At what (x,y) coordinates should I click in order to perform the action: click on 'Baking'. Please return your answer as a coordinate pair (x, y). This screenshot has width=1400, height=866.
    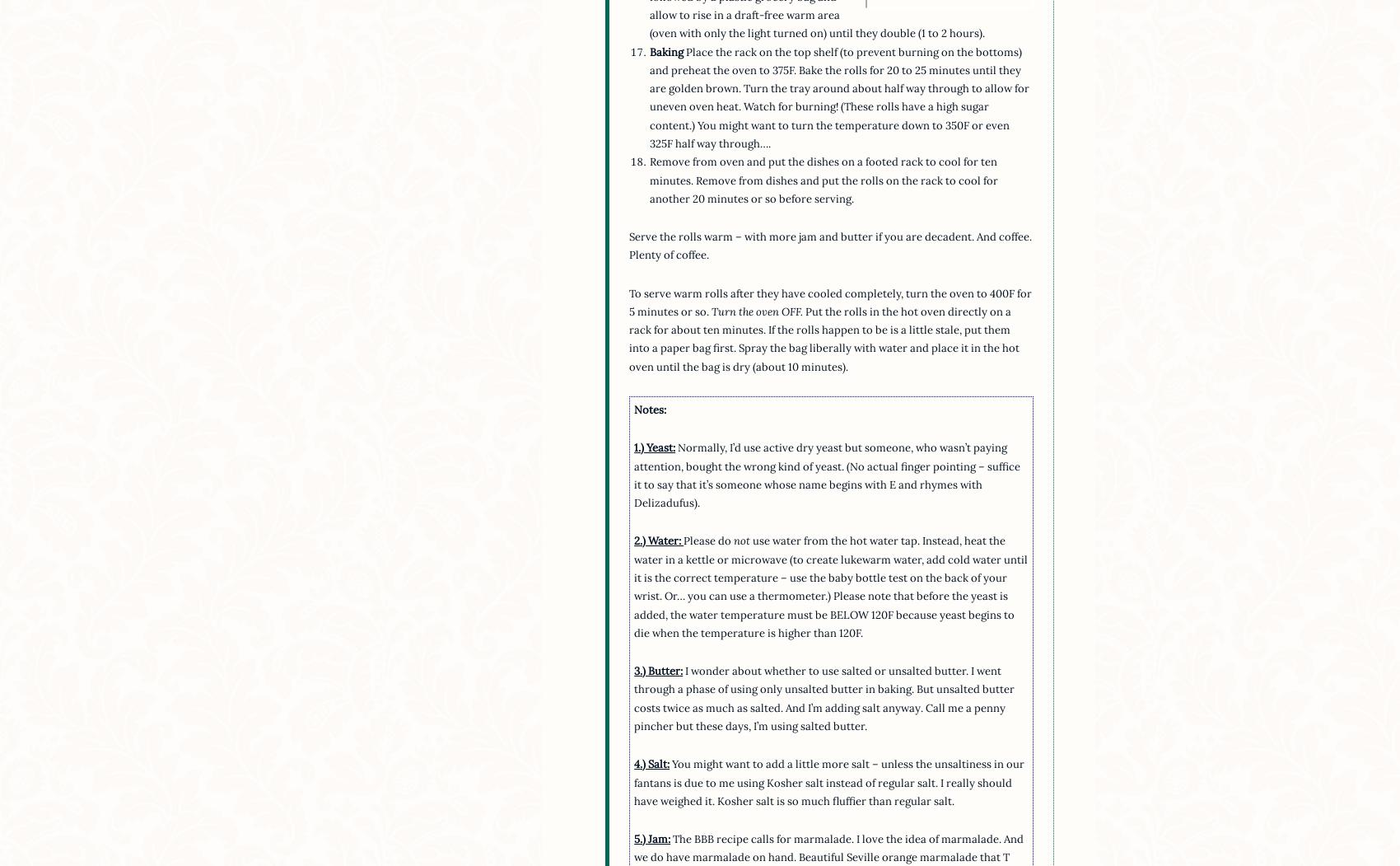
    Looking at the image, I should click on (665, 50).